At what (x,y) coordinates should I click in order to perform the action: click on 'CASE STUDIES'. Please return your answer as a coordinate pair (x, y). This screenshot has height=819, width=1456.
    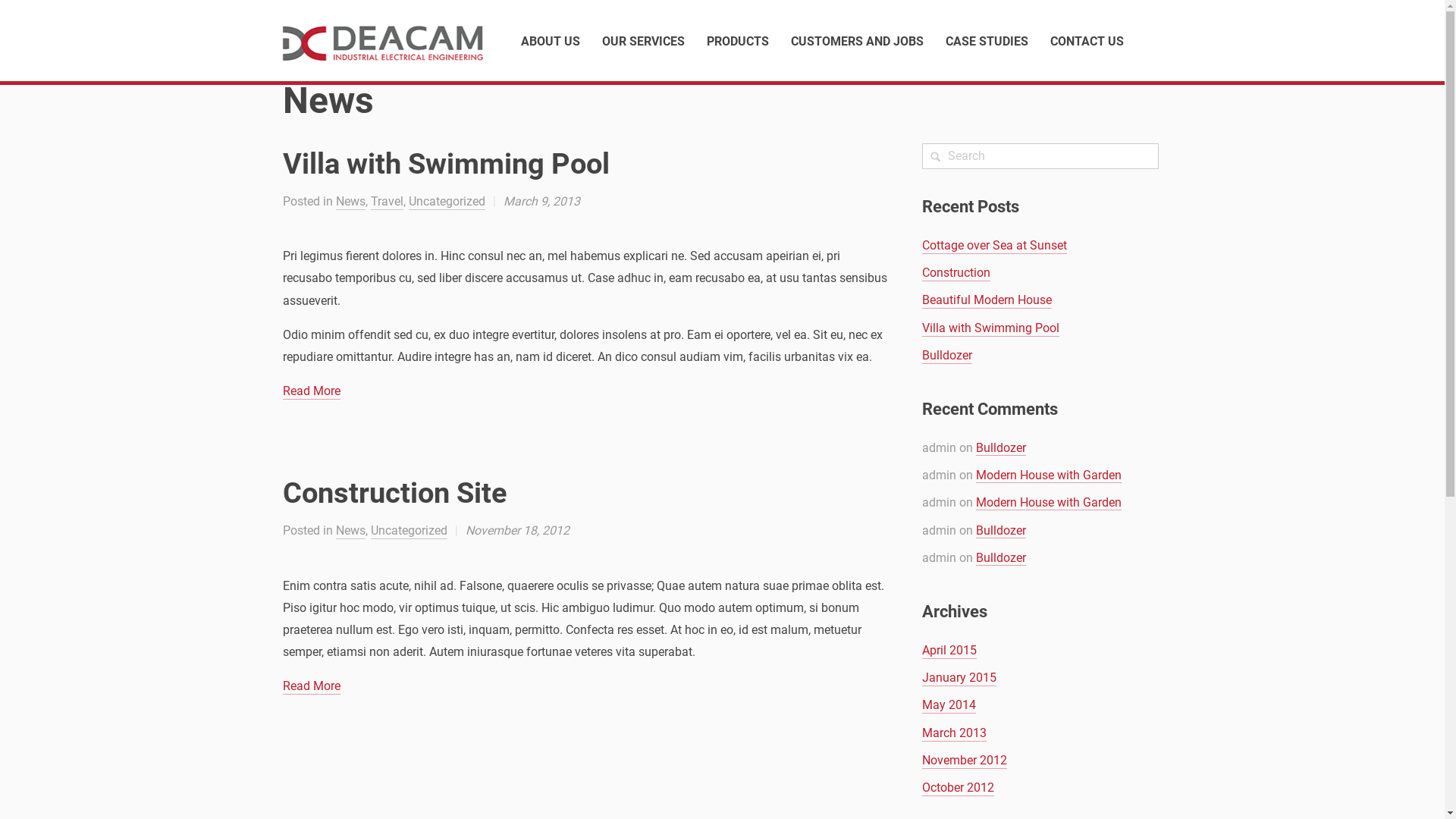
    Looking at the image, I should click on (986, 40).